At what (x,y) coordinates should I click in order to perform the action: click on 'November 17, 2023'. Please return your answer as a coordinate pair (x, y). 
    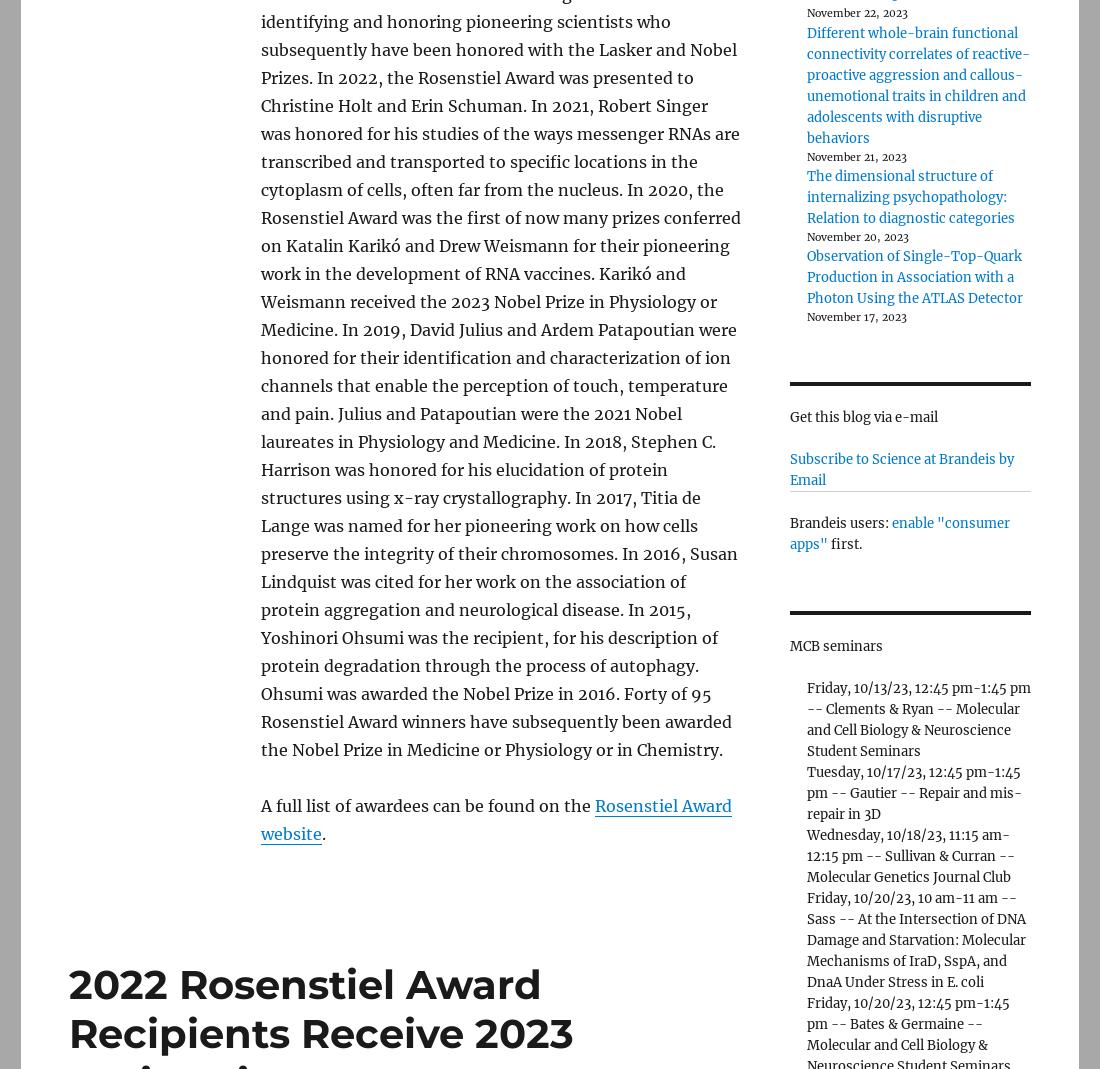
    Looking at the image, I should click on (855, 315).